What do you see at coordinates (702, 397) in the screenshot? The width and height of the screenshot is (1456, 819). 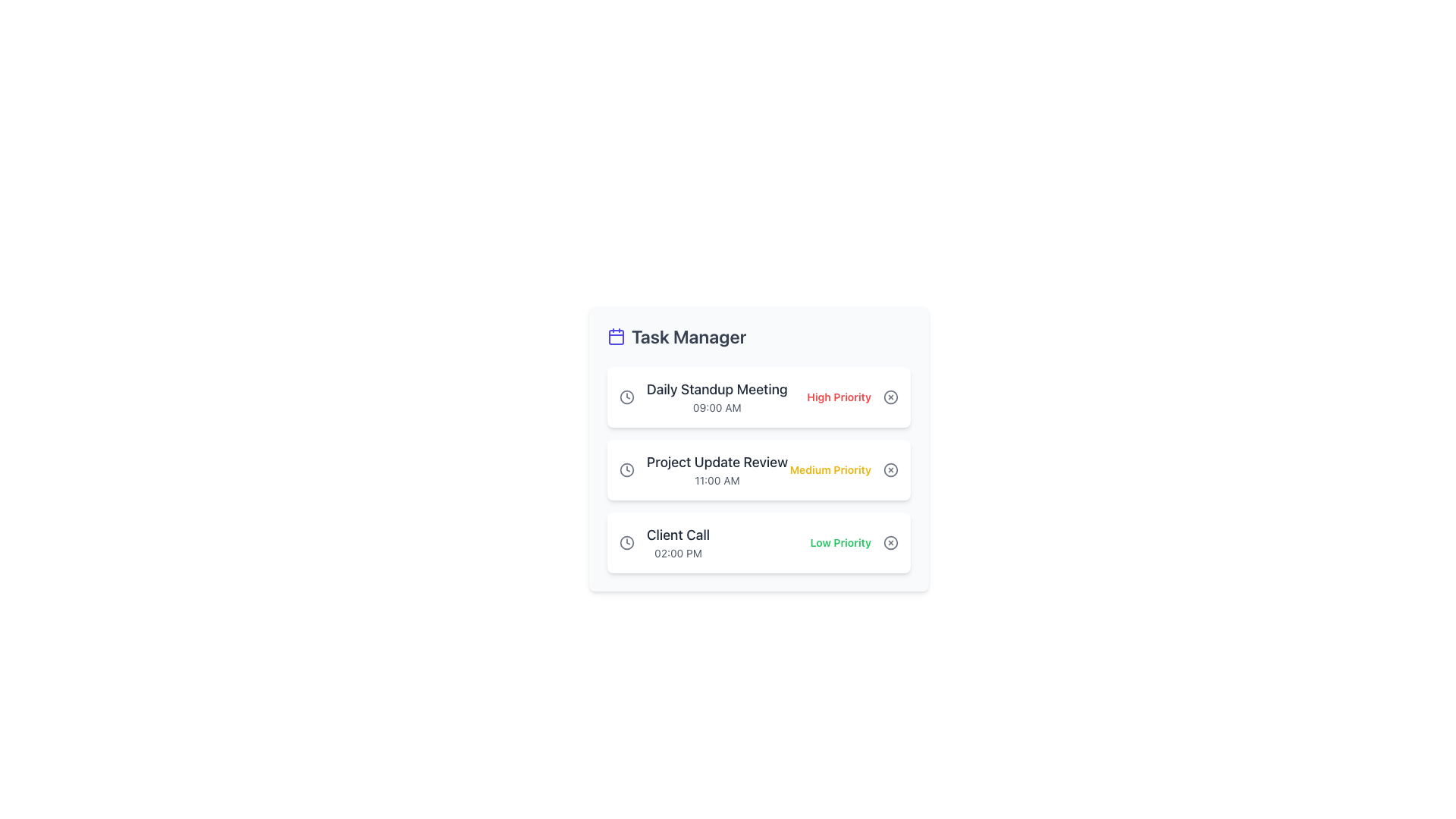 I see `the list item displaying 'Daily Standup Meeting' at 09:00 AM` at bounding box center [702, 397].